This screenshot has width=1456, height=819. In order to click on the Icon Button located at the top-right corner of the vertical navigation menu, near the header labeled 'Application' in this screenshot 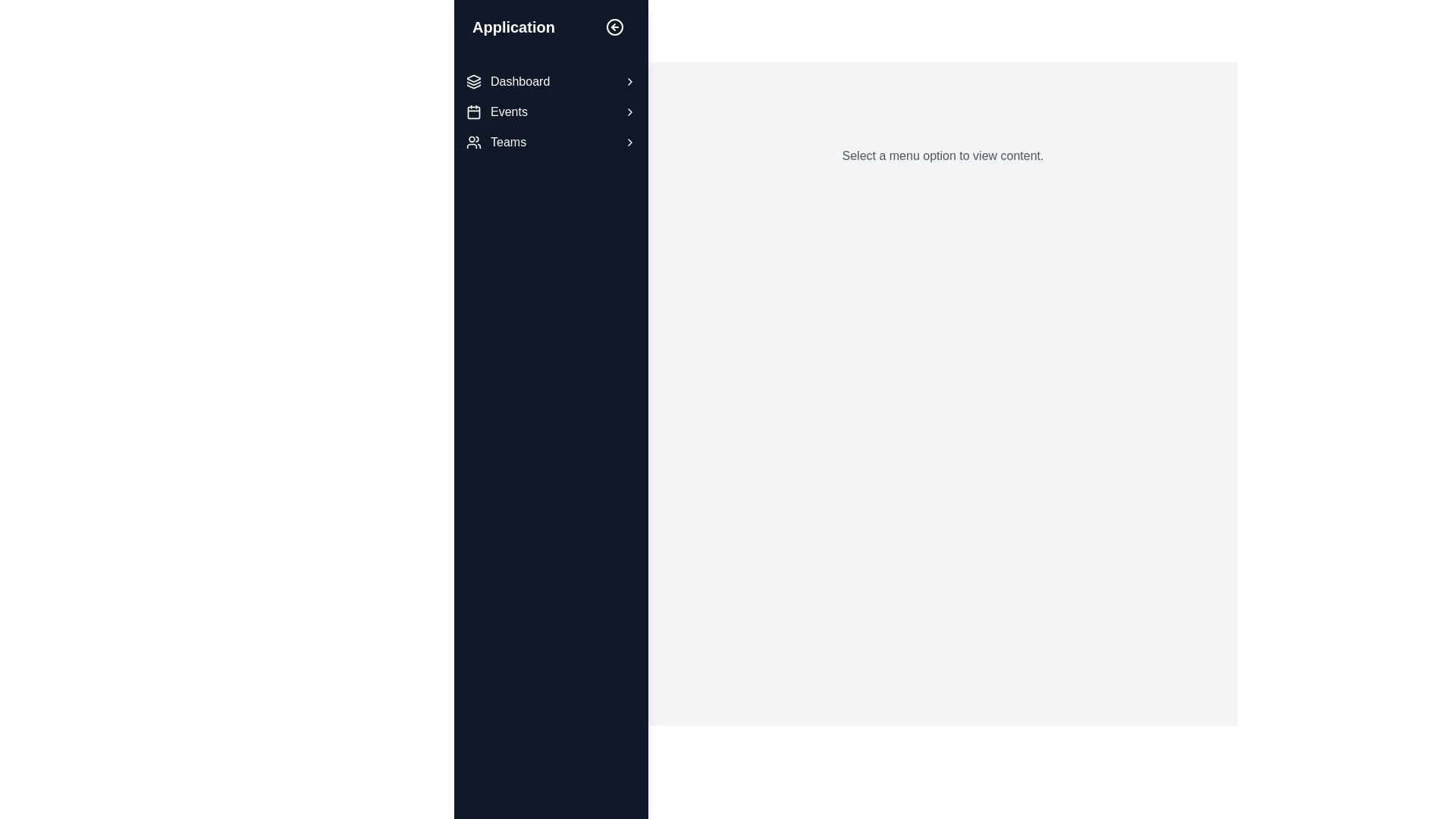, I will do `click(615, 27)`.